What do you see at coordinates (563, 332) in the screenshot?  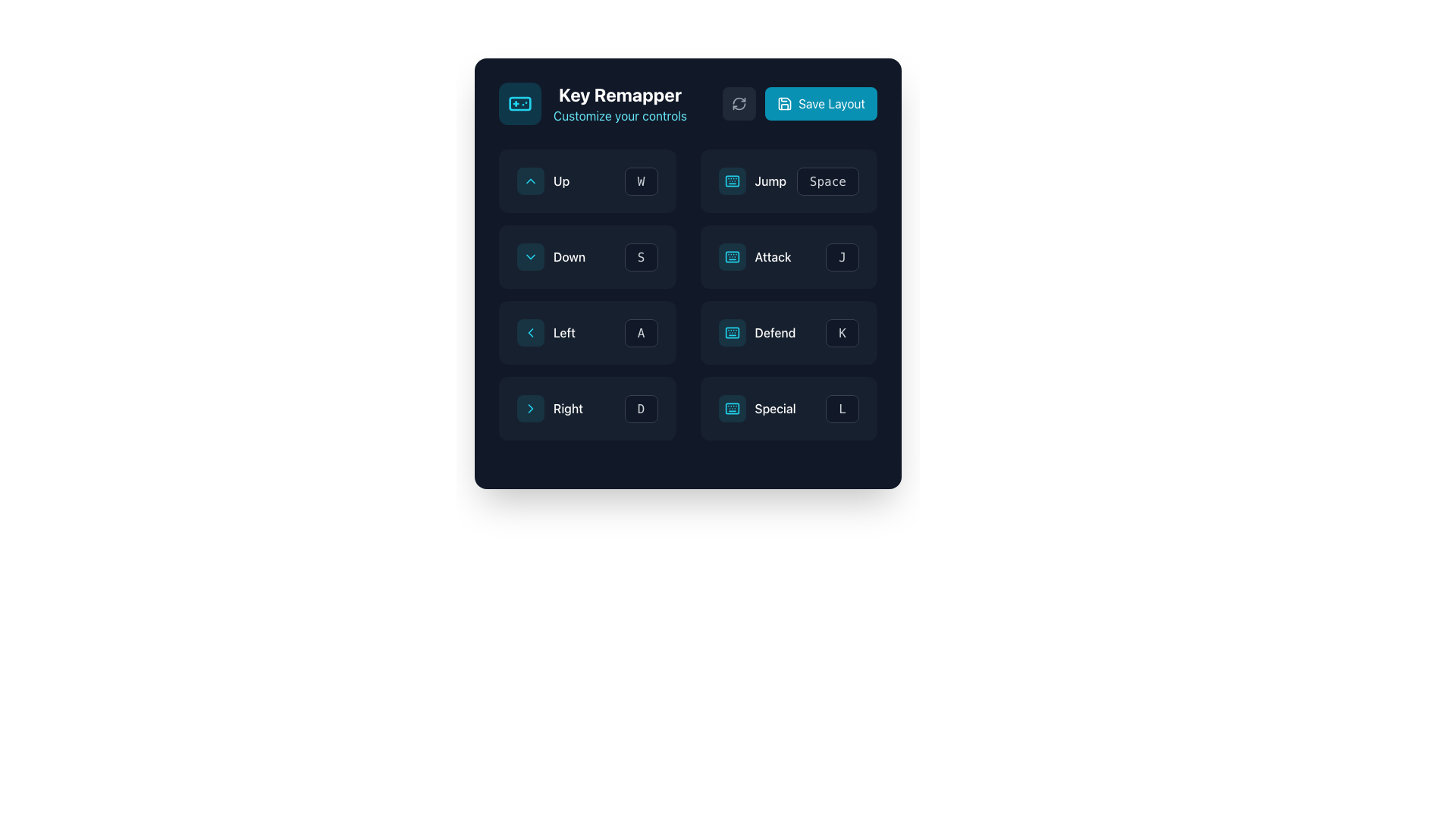 I see `text from the 'Left' navigation label, which is positioned in the second column of the key remapping interface, adjacent to a left-pointing arrow and the letter 'A'` at bounding box center [563, 332].